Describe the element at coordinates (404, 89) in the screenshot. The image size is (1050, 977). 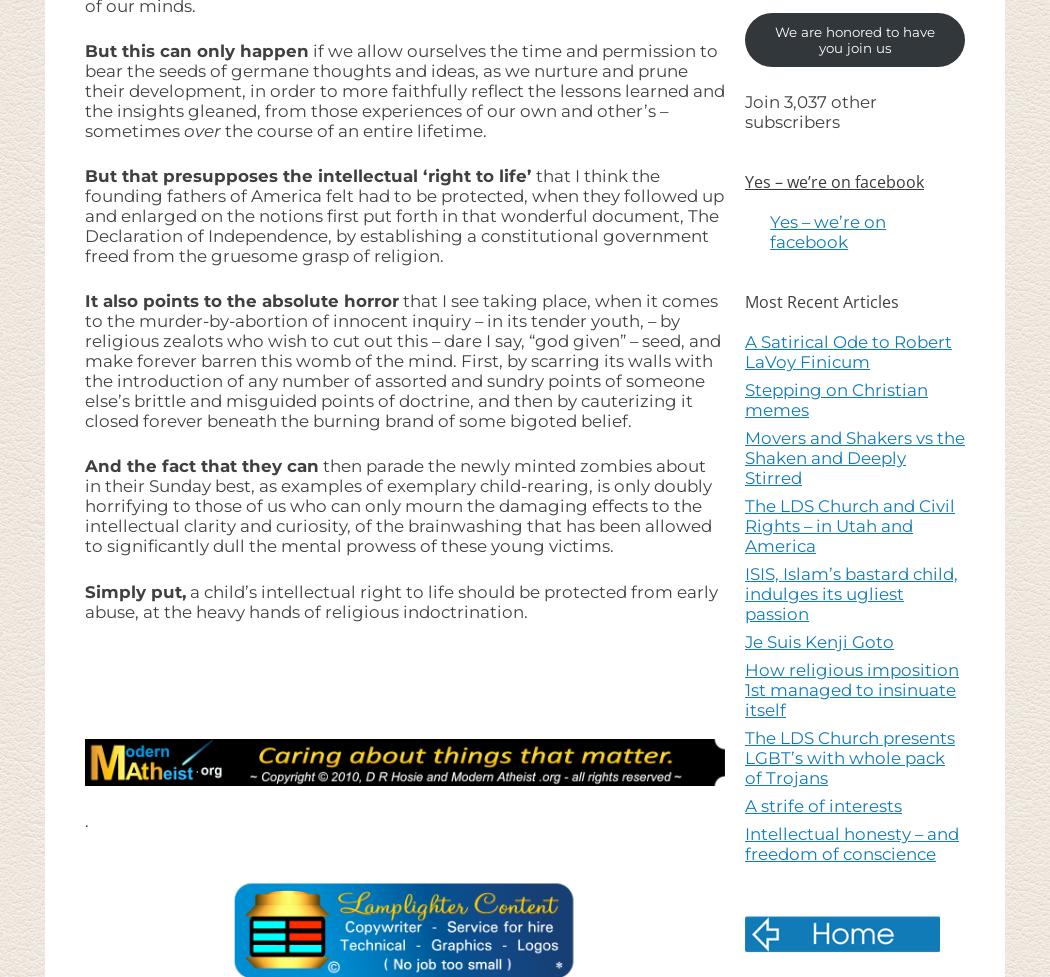
I see `'if we allow ourselves the time and permission to bear the seeds of germane thoughts and ideas, as we nurture and prune their development, in order to more faithfully reflect the lessons learned and the insights gleaned, from those experiences of our own and other’s – sometimes'` at that location.